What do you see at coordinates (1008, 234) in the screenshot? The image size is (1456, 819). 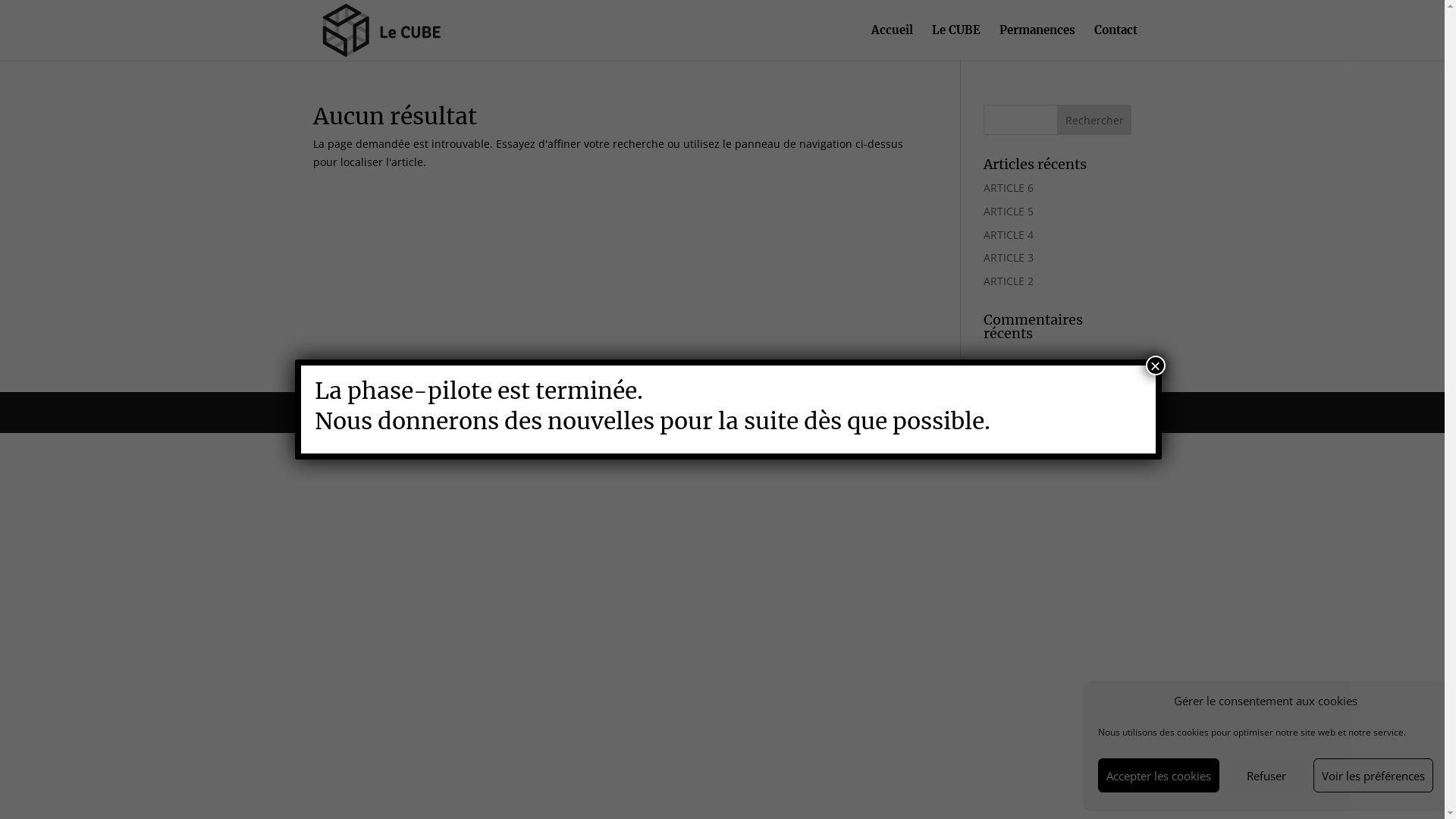 I see `'ARTICLE 4'` at bounding box center [1008, 234].